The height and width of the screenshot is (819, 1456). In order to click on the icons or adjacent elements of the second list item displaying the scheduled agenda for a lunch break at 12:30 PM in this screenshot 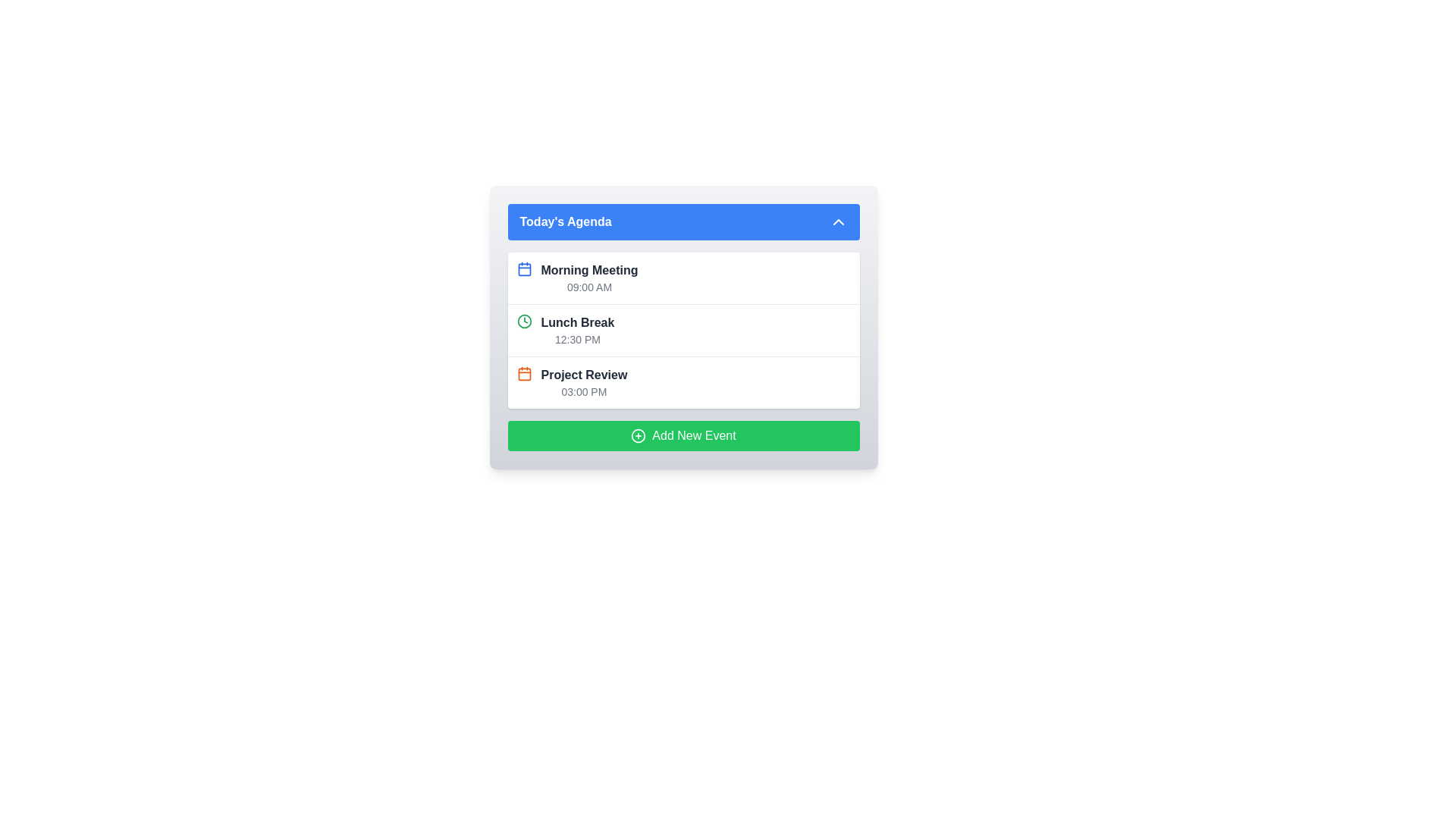, I will do `click(682, 329)`.